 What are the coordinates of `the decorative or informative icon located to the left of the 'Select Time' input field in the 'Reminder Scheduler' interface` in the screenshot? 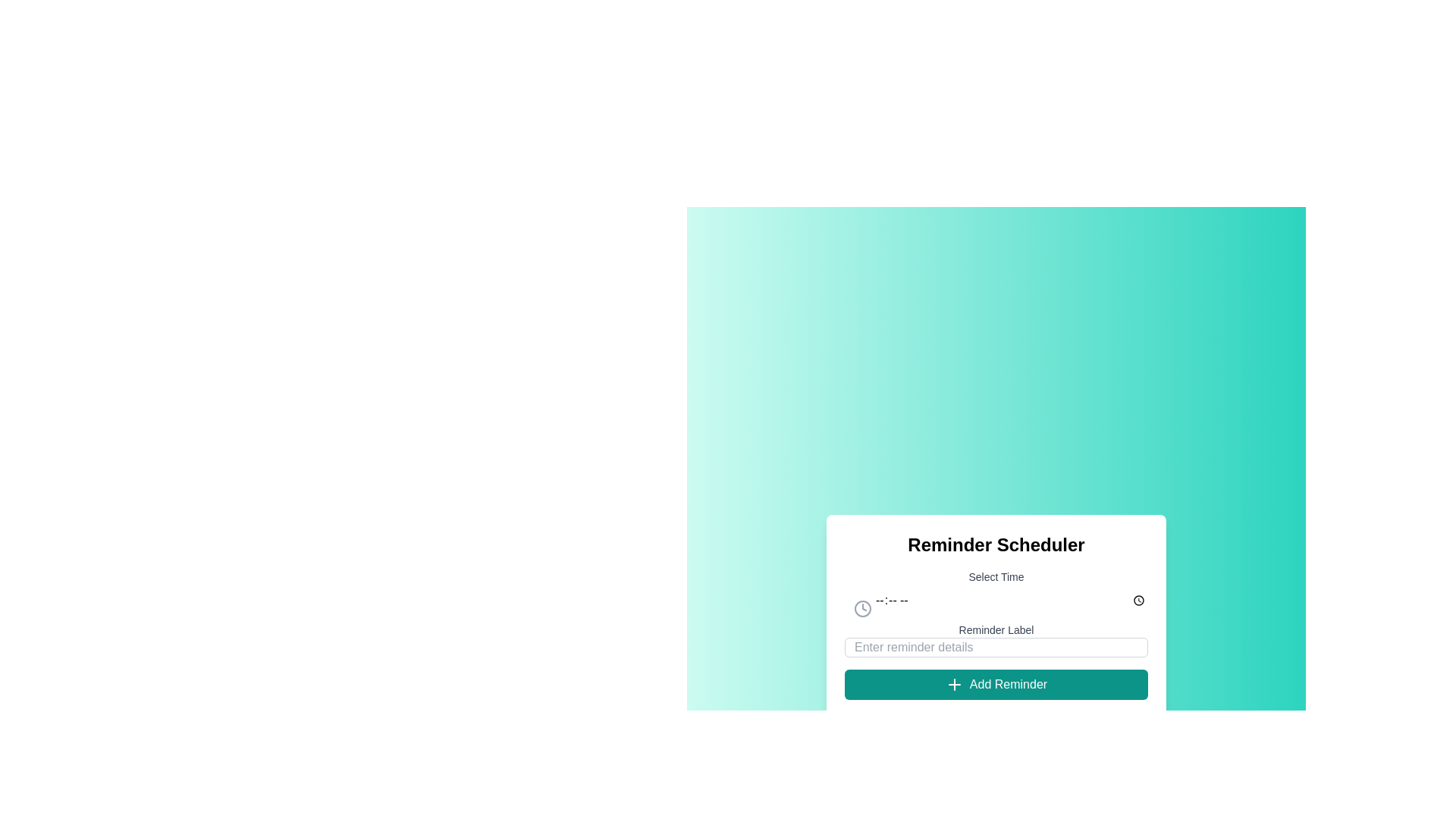 It's located at (862, 607).